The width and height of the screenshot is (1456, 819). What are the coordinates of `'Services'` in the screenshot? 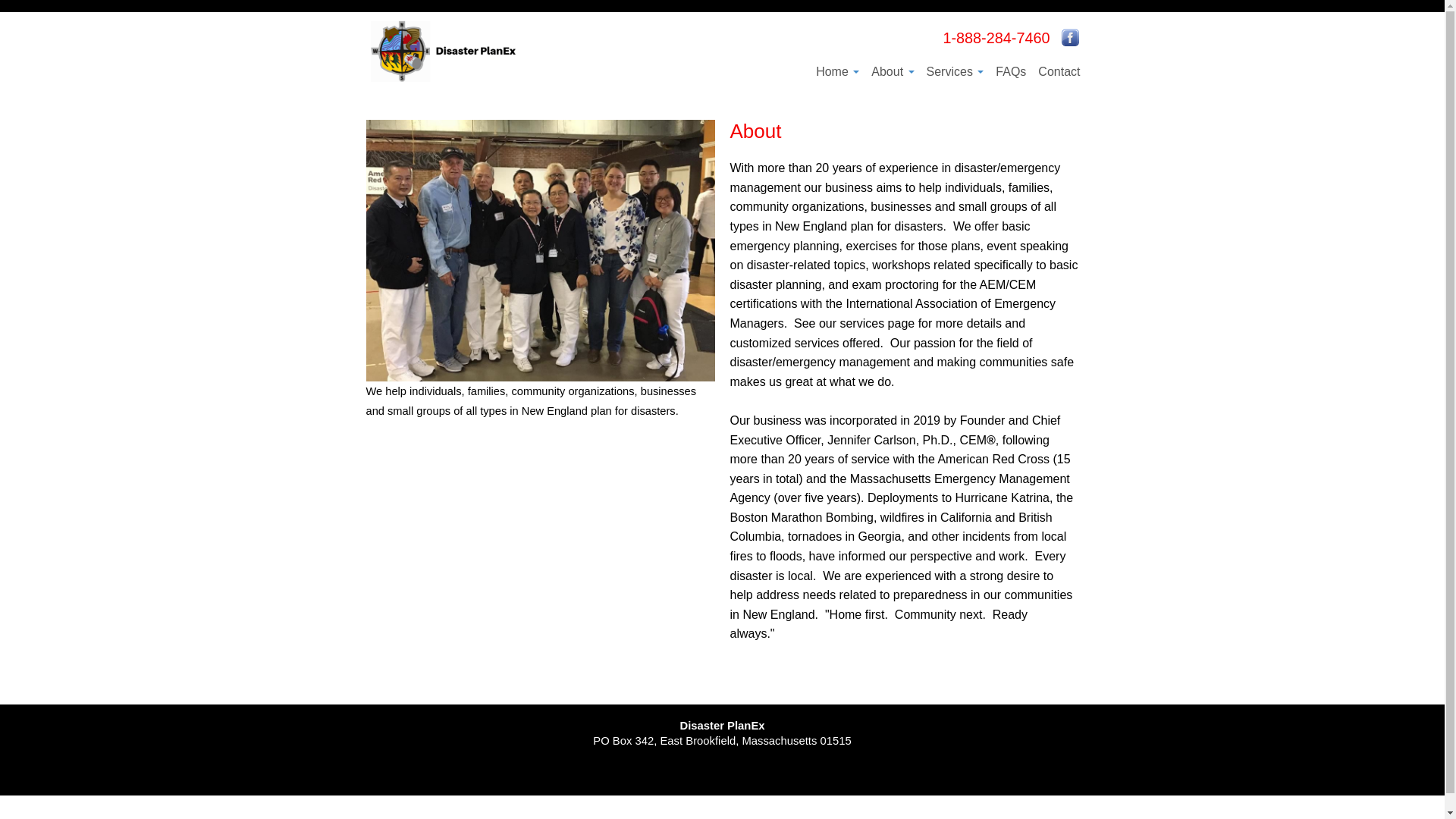 It's located at (954, 71).